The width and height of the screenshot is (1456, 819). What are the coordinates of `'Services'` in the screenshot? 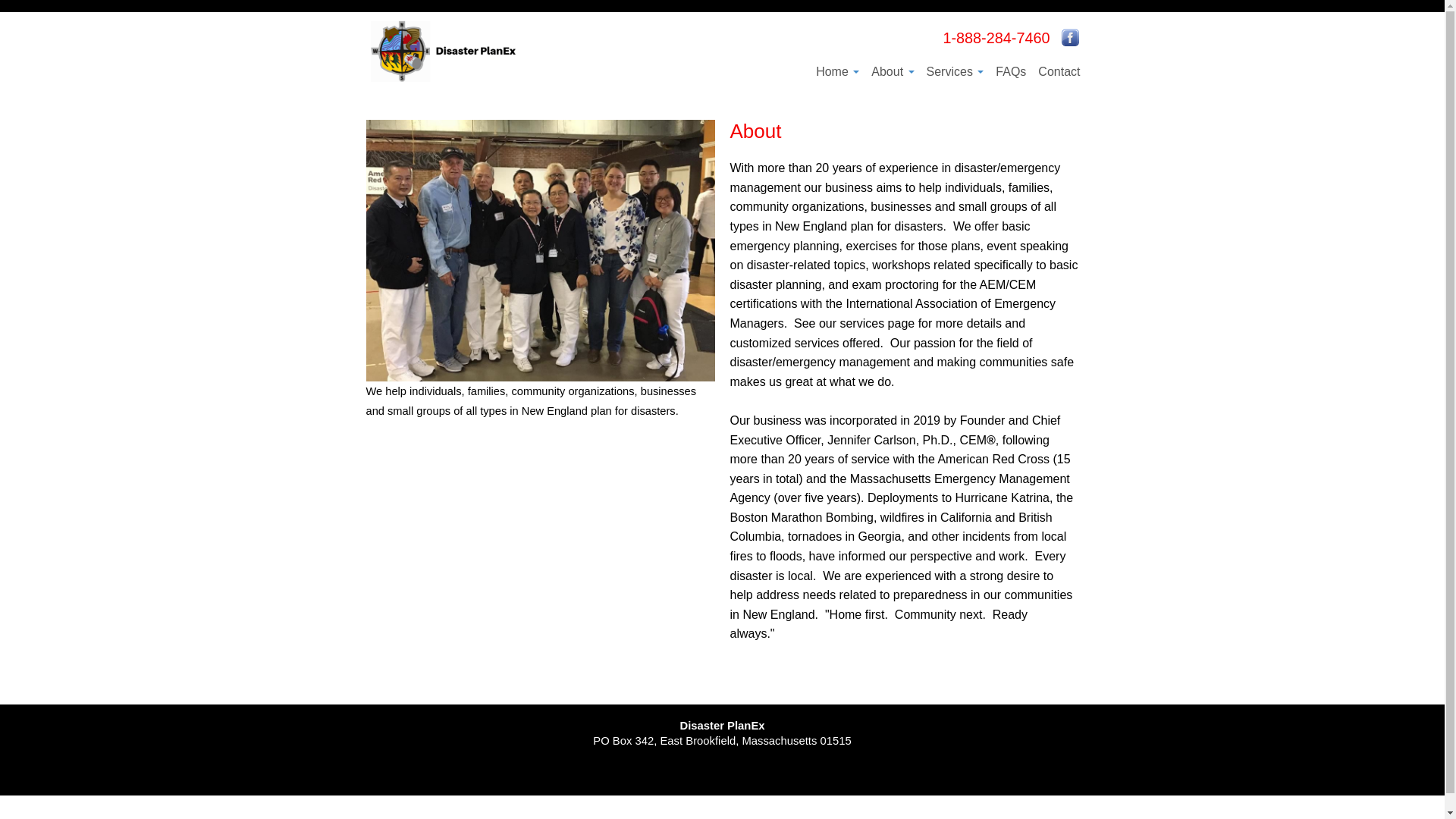 It's located at (954, 71).